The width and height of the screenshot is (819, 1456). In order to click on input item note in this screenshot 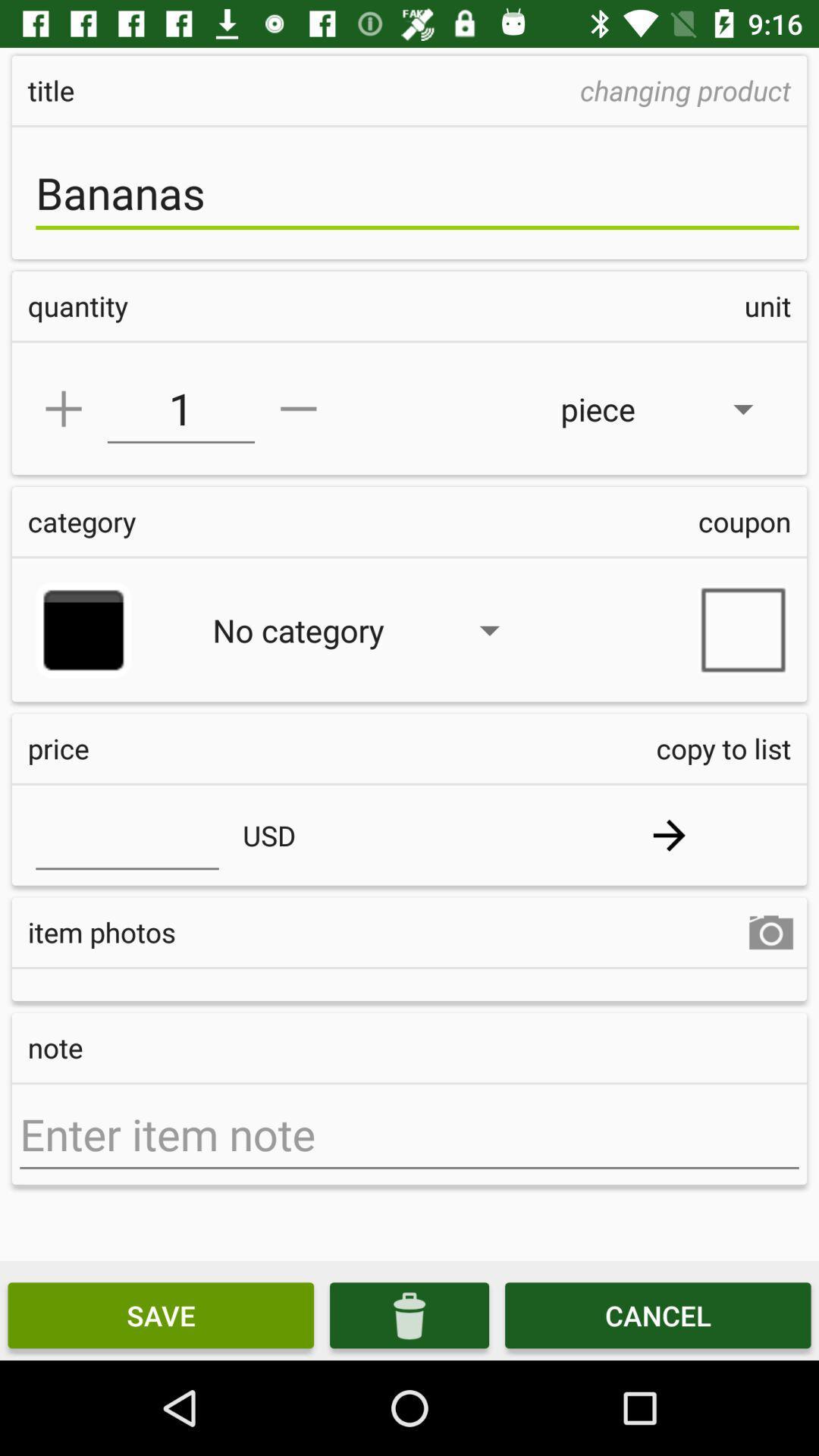, I will do `click(409, 1134)`.